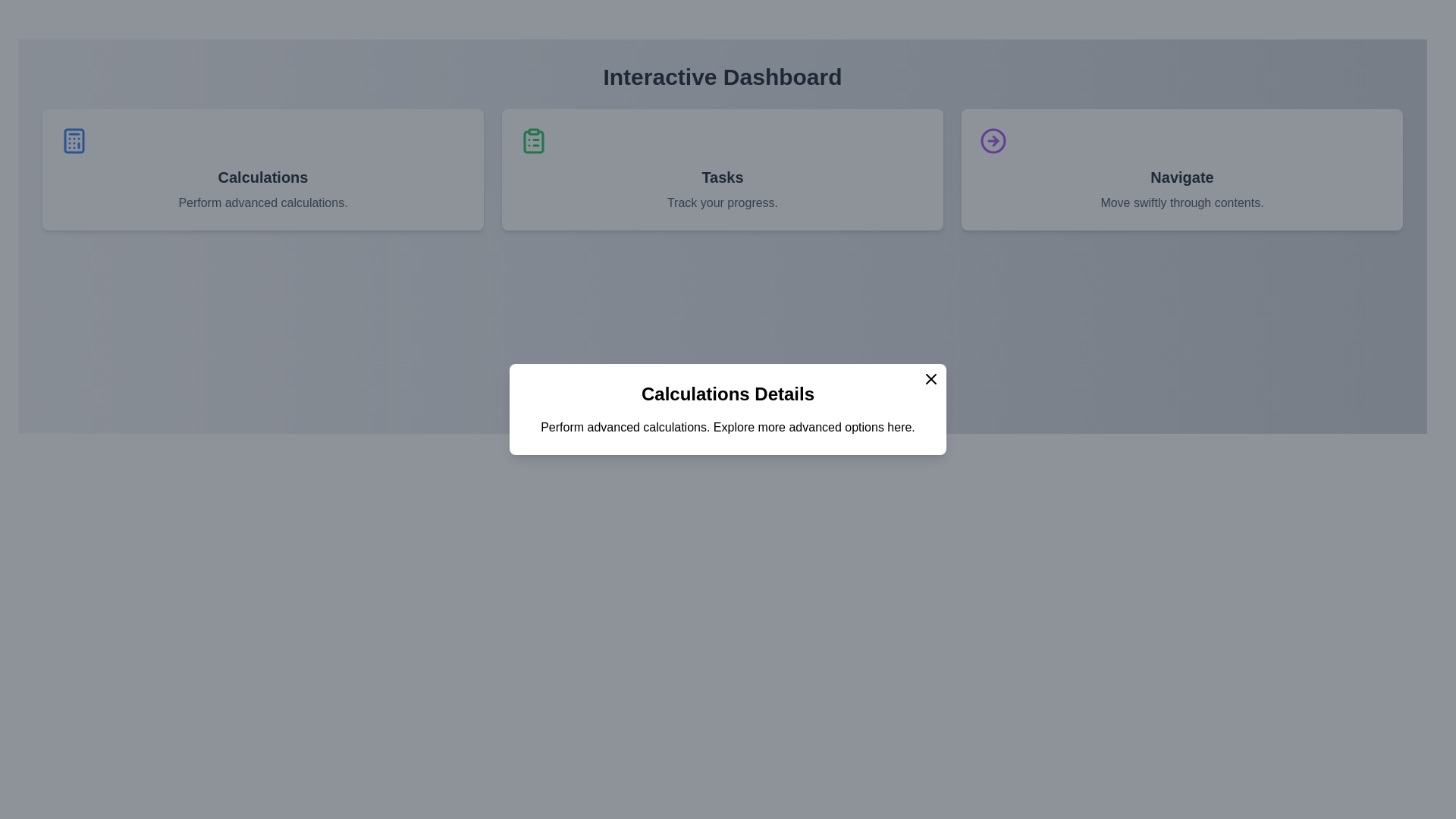  I want to click on the 'Tasks' card-style UI component located in the center of the grid layout, which is the second card between 'Calculations' and 'Navigate', so click(722, 169).